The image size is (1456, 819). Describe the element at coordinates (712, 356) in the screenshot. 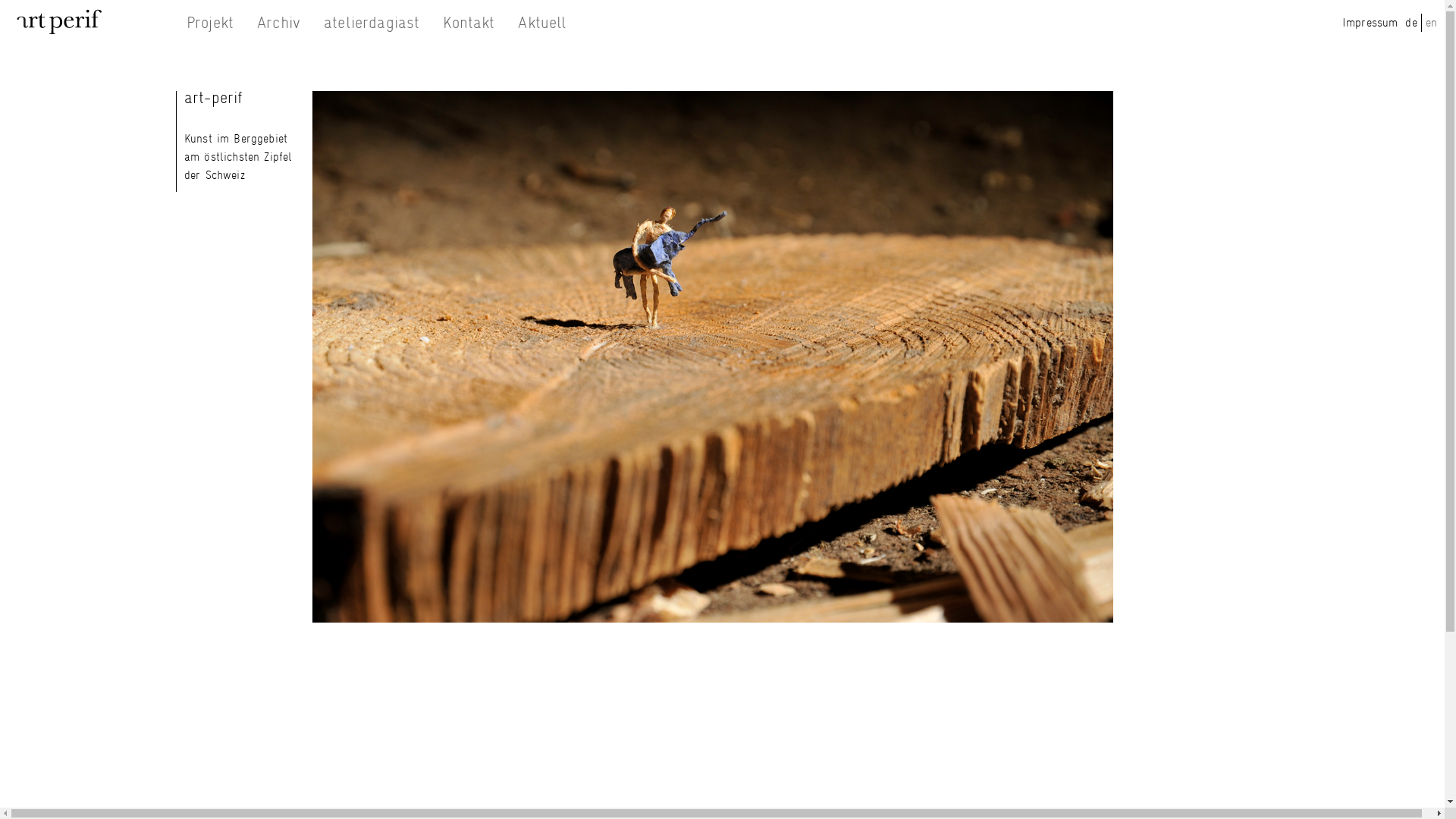

I see `'Nicole Dunn` at that location.